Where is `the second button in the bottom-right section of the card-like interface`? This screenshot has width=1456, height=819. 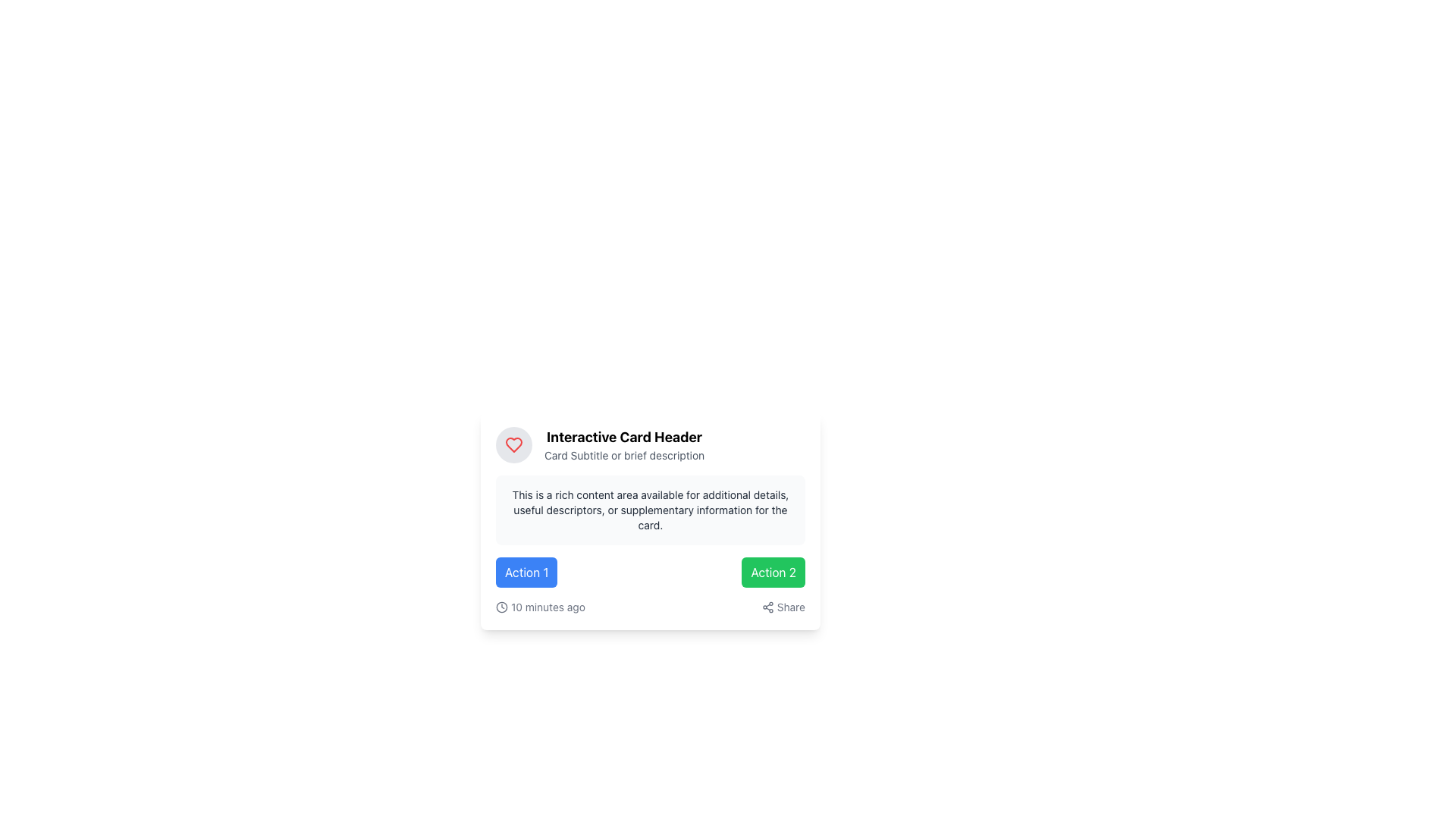 the second button in the bottom-right section of the card-like interface is located at coordinates (773, 573).